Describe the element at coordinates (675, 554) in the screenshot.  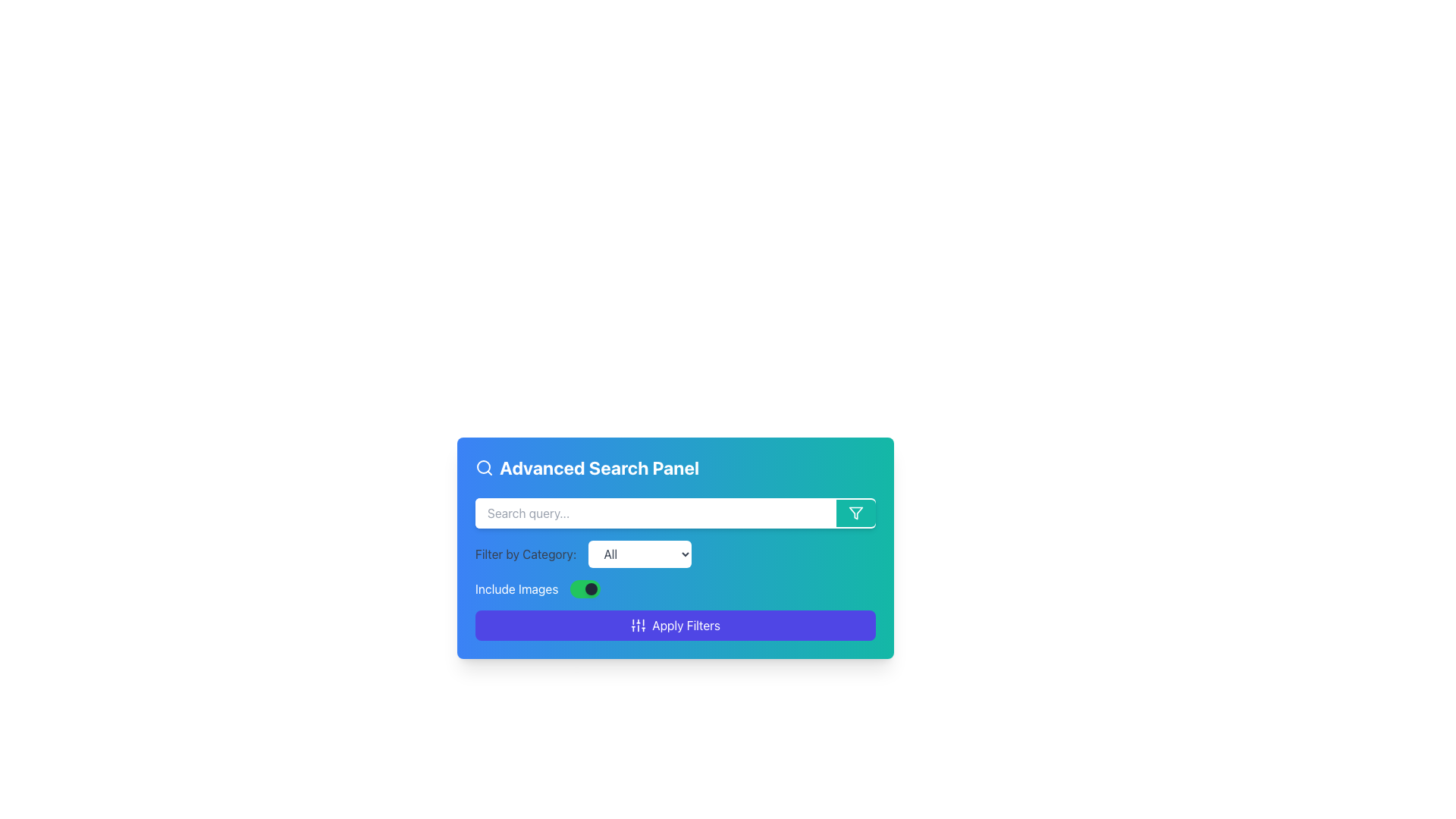
I see `the dropdown menu located in the center of the 'Advanced Search Panel'` at that location.